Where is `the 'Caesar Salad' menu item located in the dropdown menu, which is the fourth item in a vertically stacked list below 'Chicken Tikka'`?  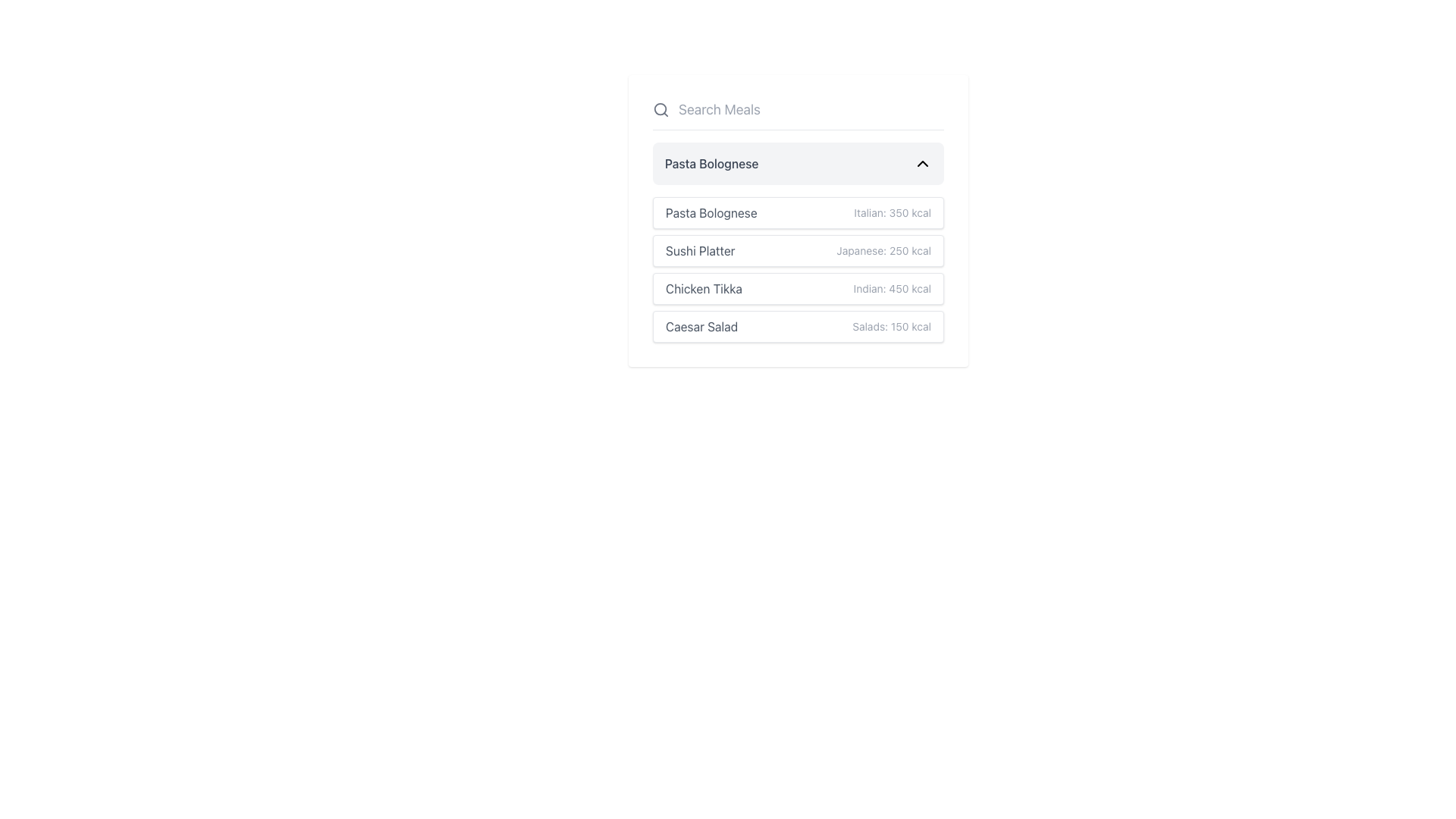
the 'Caesar Salad' menu item located in the dropdown menu, which is the fourth item in a vertically stacked list below 'Chicken Tikka' is located at coordinates (797, 326).